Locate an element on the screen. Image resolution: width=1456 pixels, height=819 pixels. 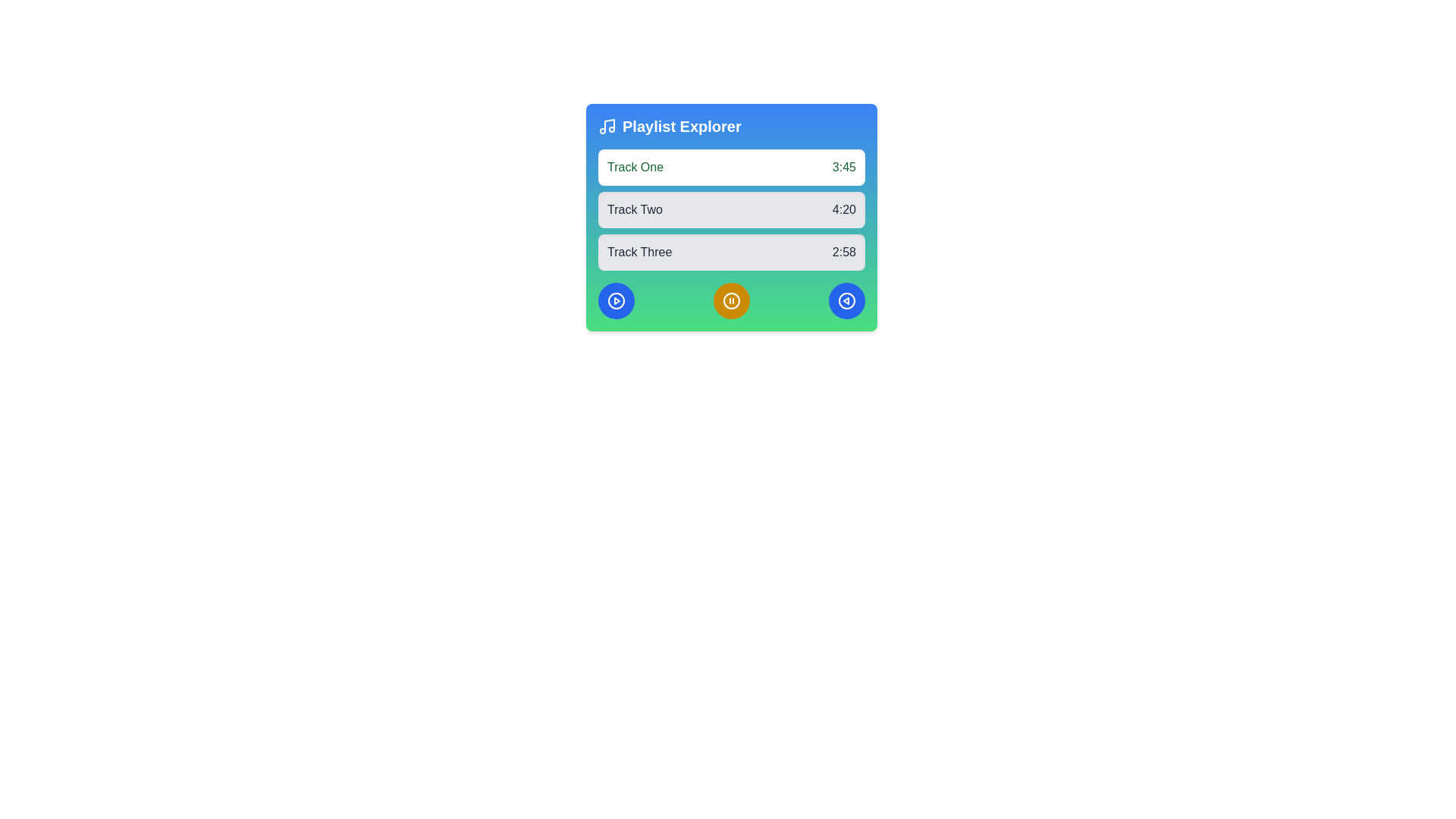
the circular yellow pause button with two vertical bars inside a white circle outline is located at coordinates (731, 301).